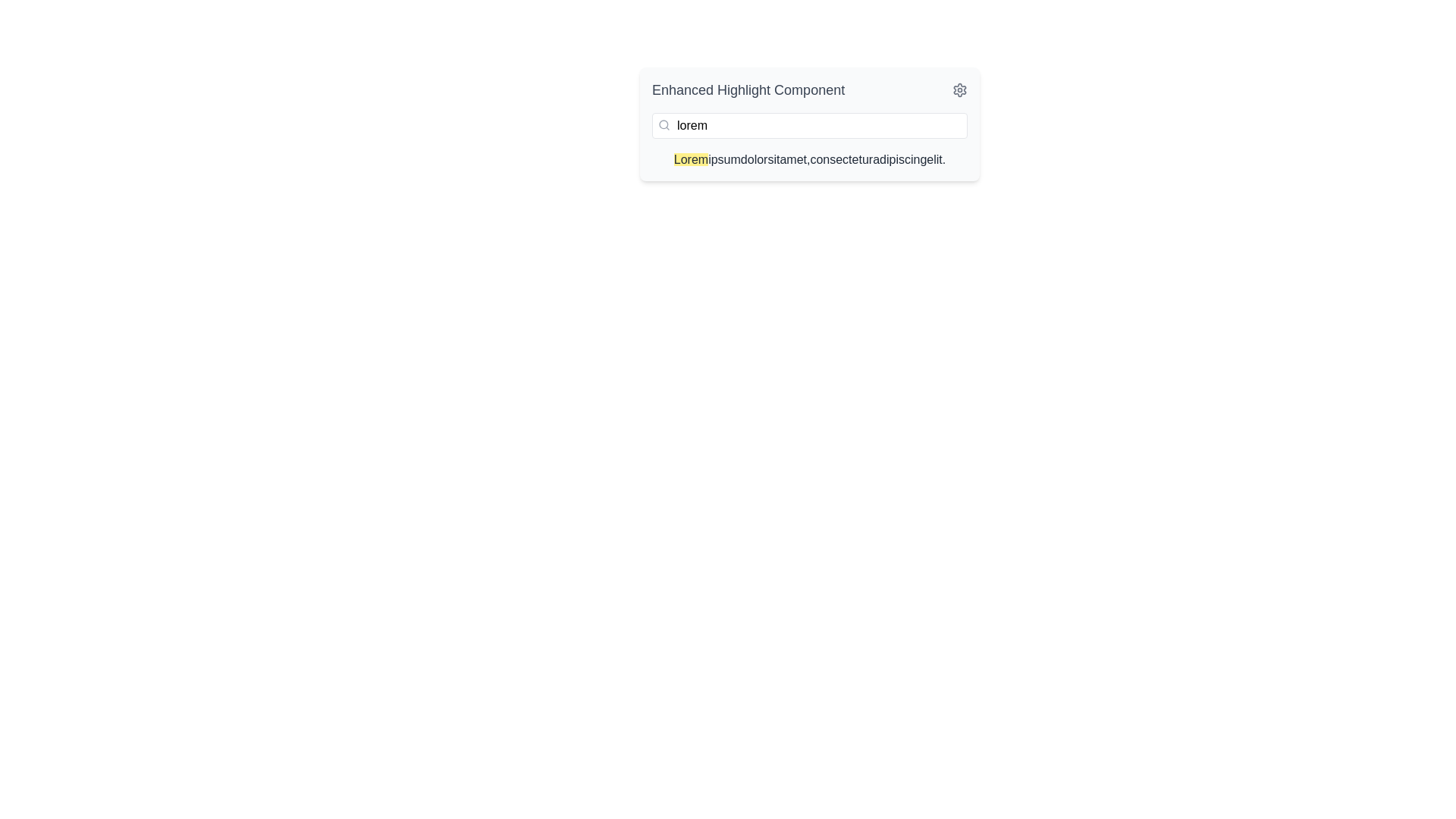 Image resolution: width=1456 pixels, height=819 pixels. I want to click on the highlighted text fragment displaying the word 'Lorem', which has a yellow background and is the first word in the sentence 'Lorem ipsum dolor sit amet, consectetur adipiscing elit.', so click(690, 159).